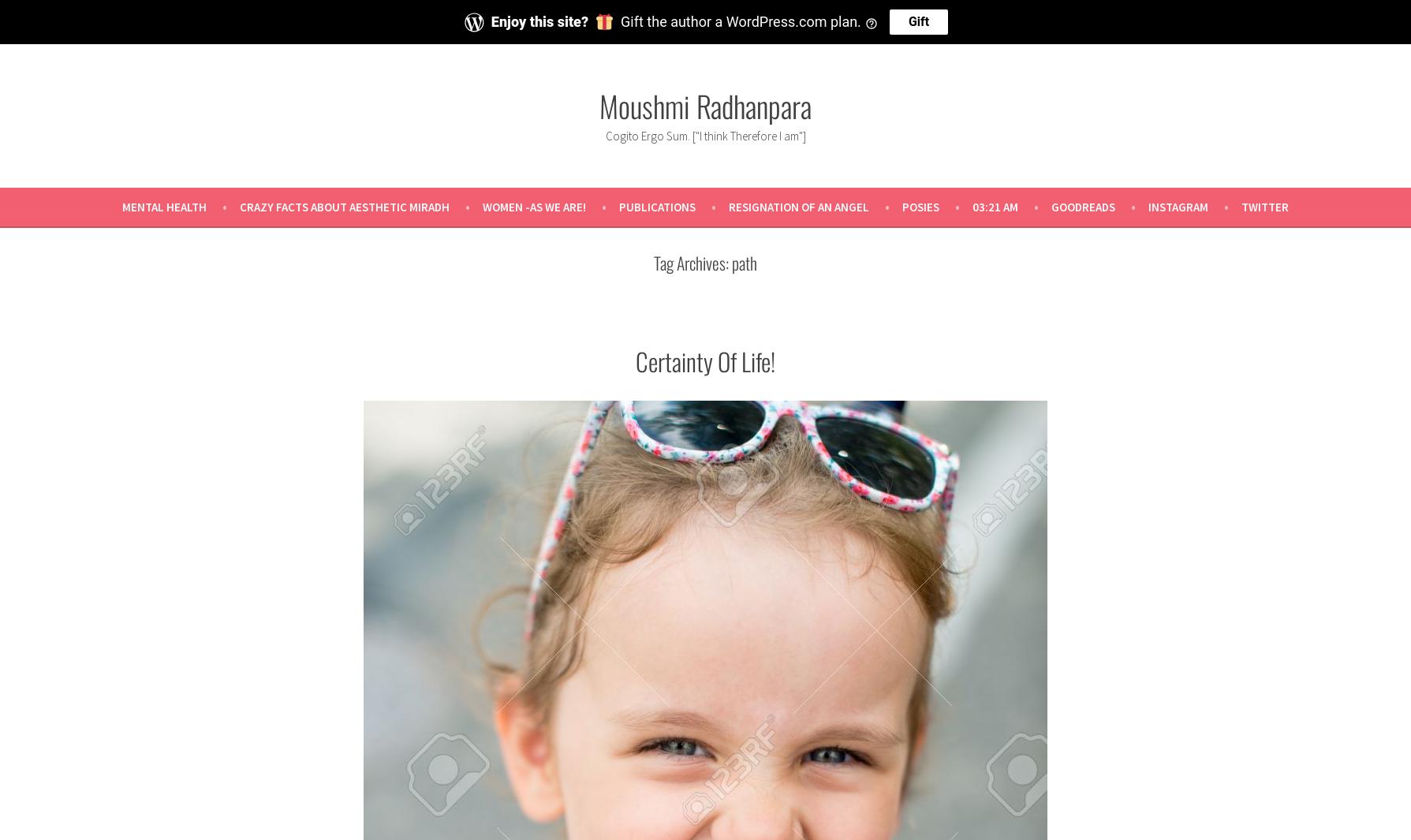 The image size is (1411, 840). I want to click on 'Instagram', so click(1148, 205).